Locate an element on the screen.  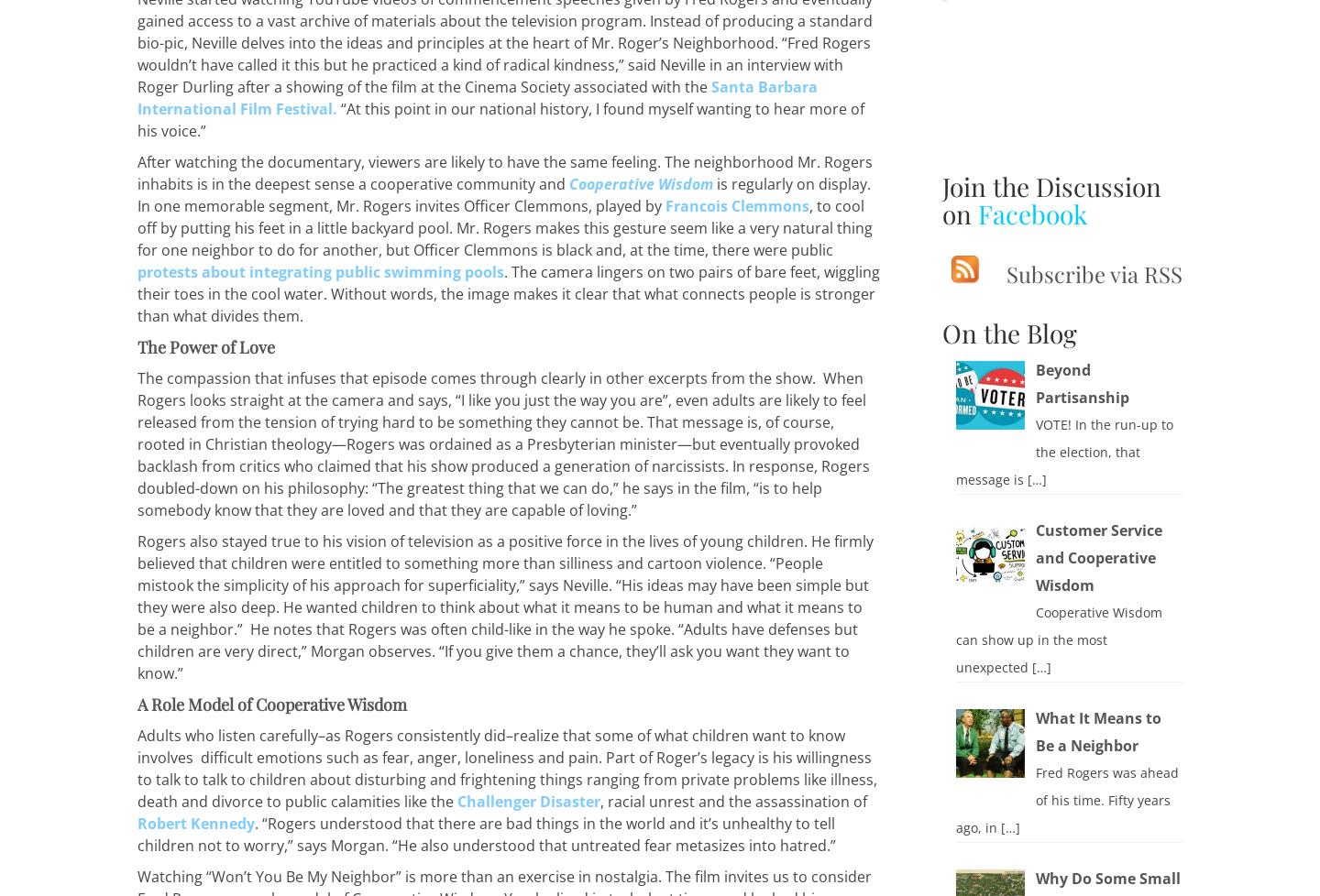
'protests about integrating public swimming pools' is located at coordinates (321, 271).